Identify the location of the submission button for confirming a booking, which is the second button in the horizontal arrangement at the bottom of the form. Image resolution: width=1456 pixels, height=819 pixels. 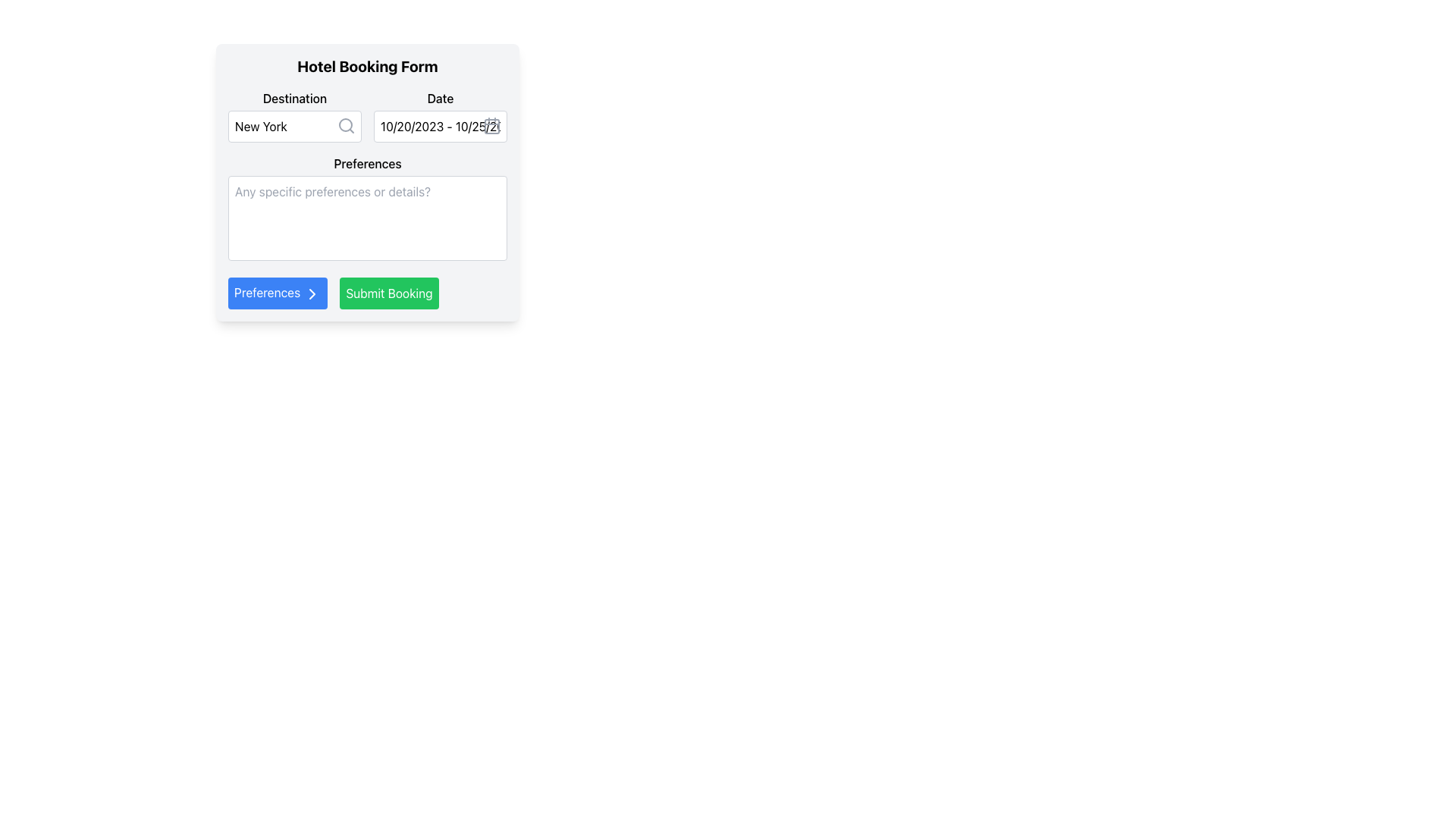
(389, 293).